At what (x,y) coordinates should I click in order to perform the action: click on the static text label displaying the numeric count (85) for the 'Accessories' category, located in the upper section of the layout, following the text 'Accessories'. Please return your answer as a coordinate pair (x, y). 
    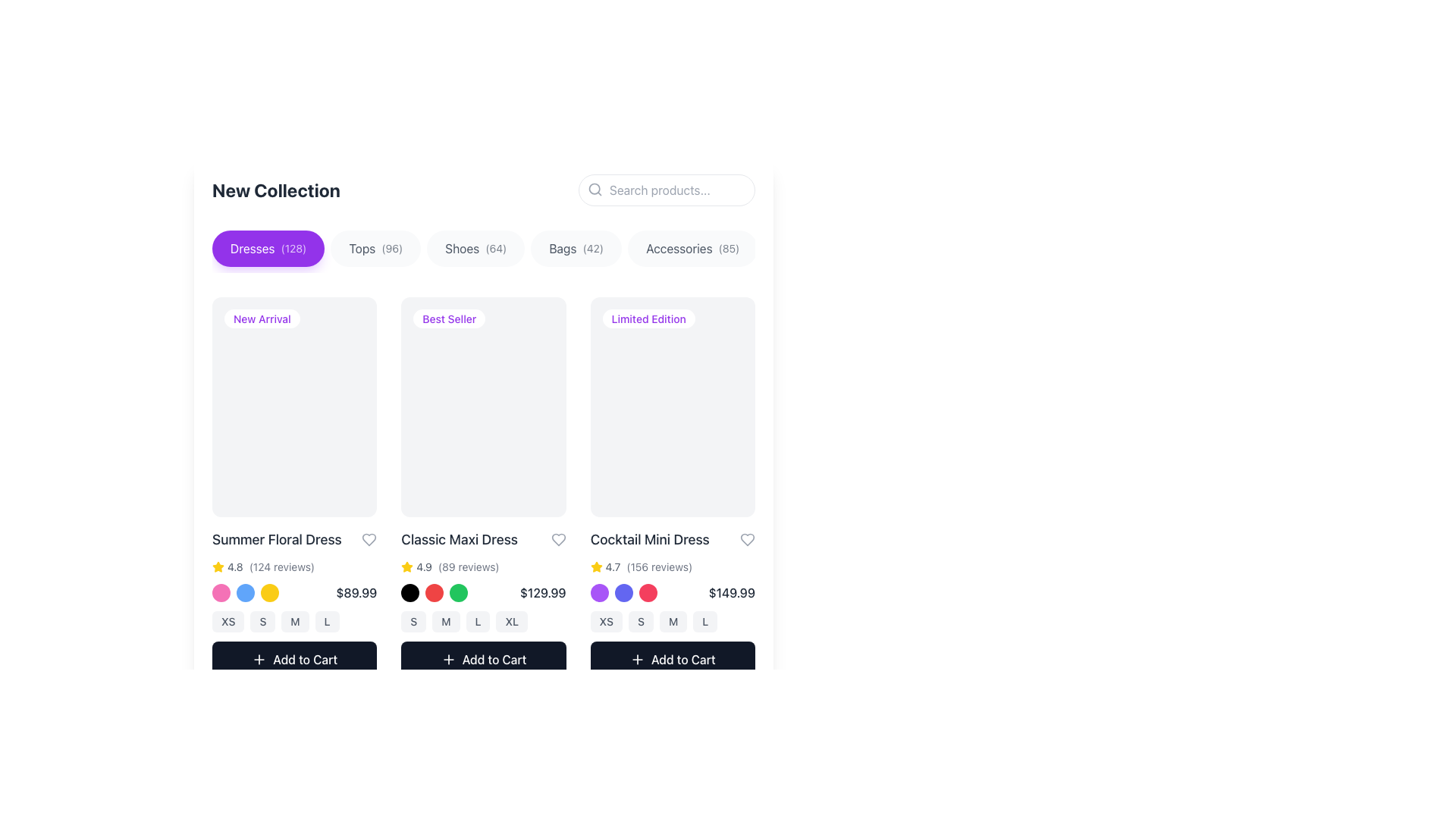
    Looking at the image, I should click on (729, 247).